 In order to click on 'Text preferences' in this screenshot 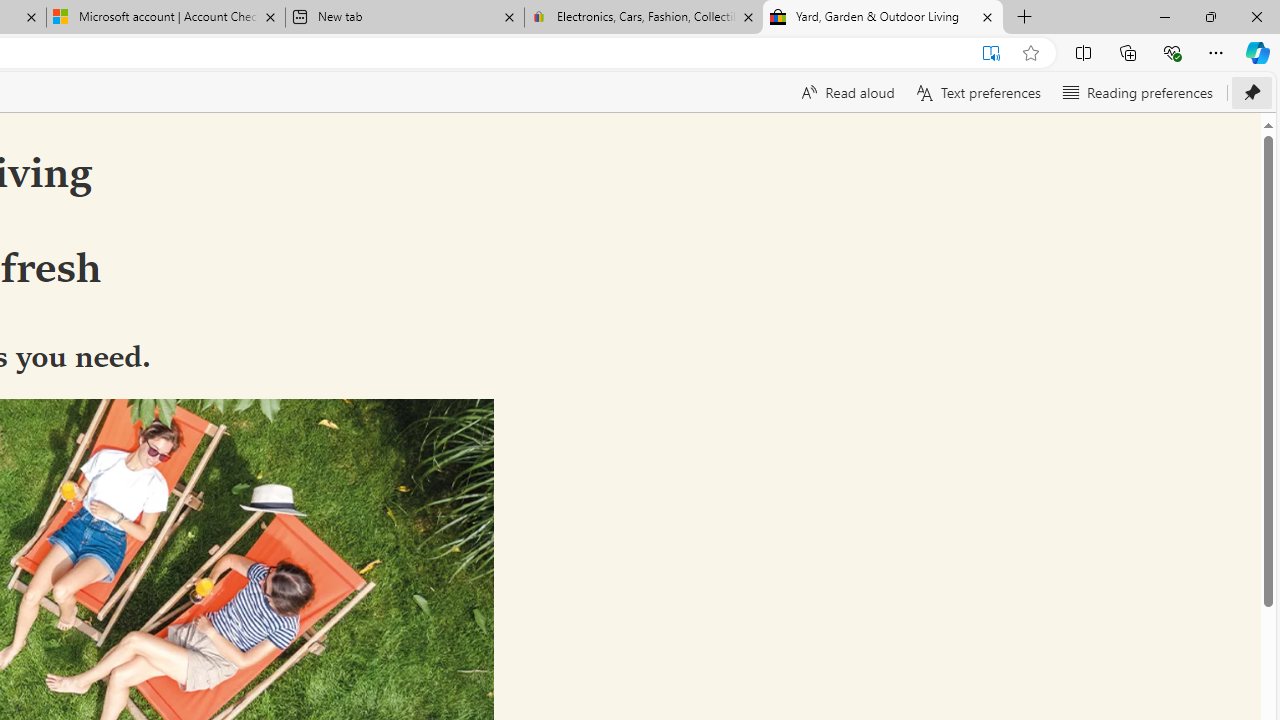, I will do `click(977, 92)`.